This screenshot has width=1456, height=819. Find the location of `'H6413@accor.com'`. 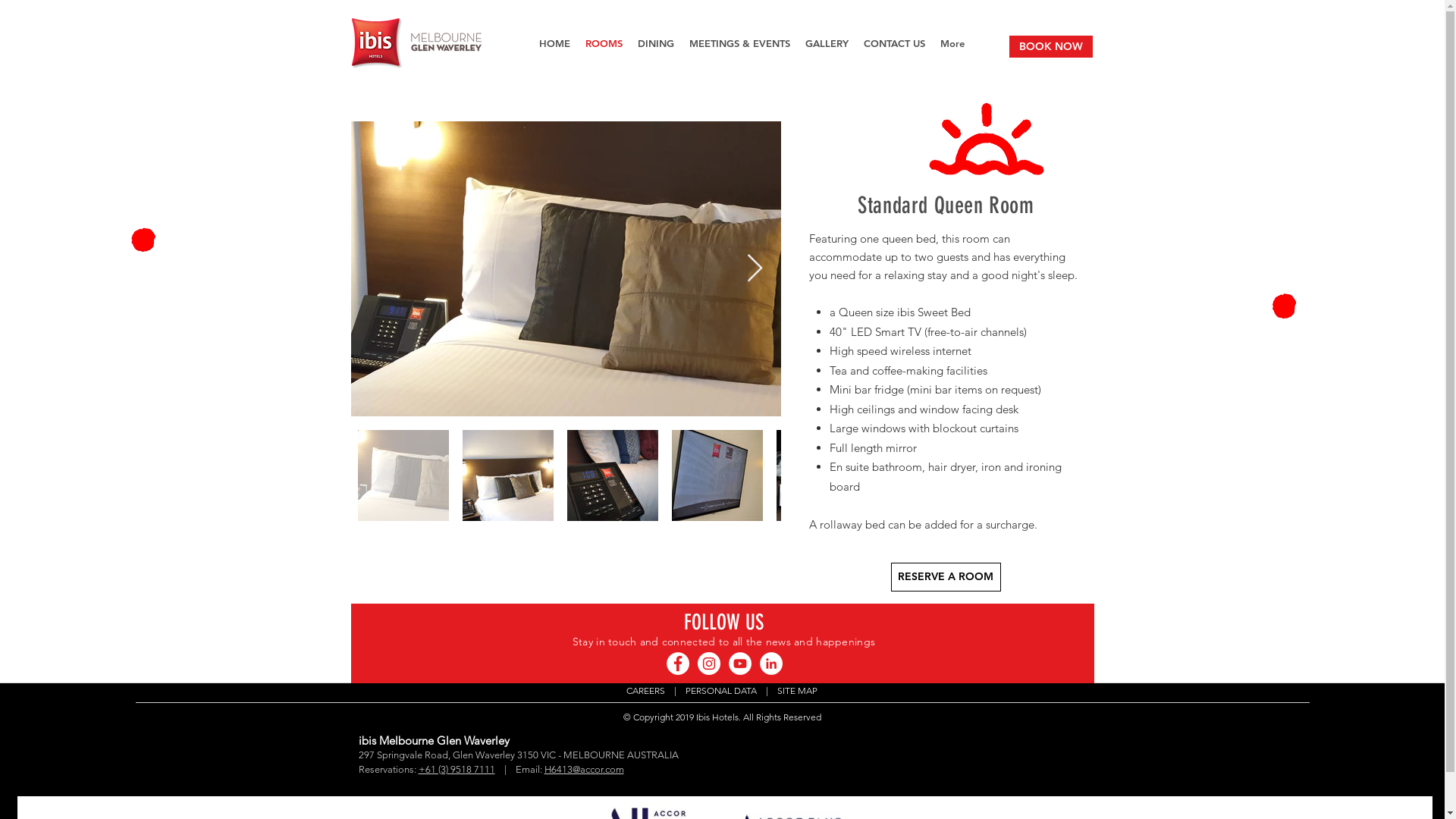

'H6413@accor.com' is located at coordinates (583, 769).